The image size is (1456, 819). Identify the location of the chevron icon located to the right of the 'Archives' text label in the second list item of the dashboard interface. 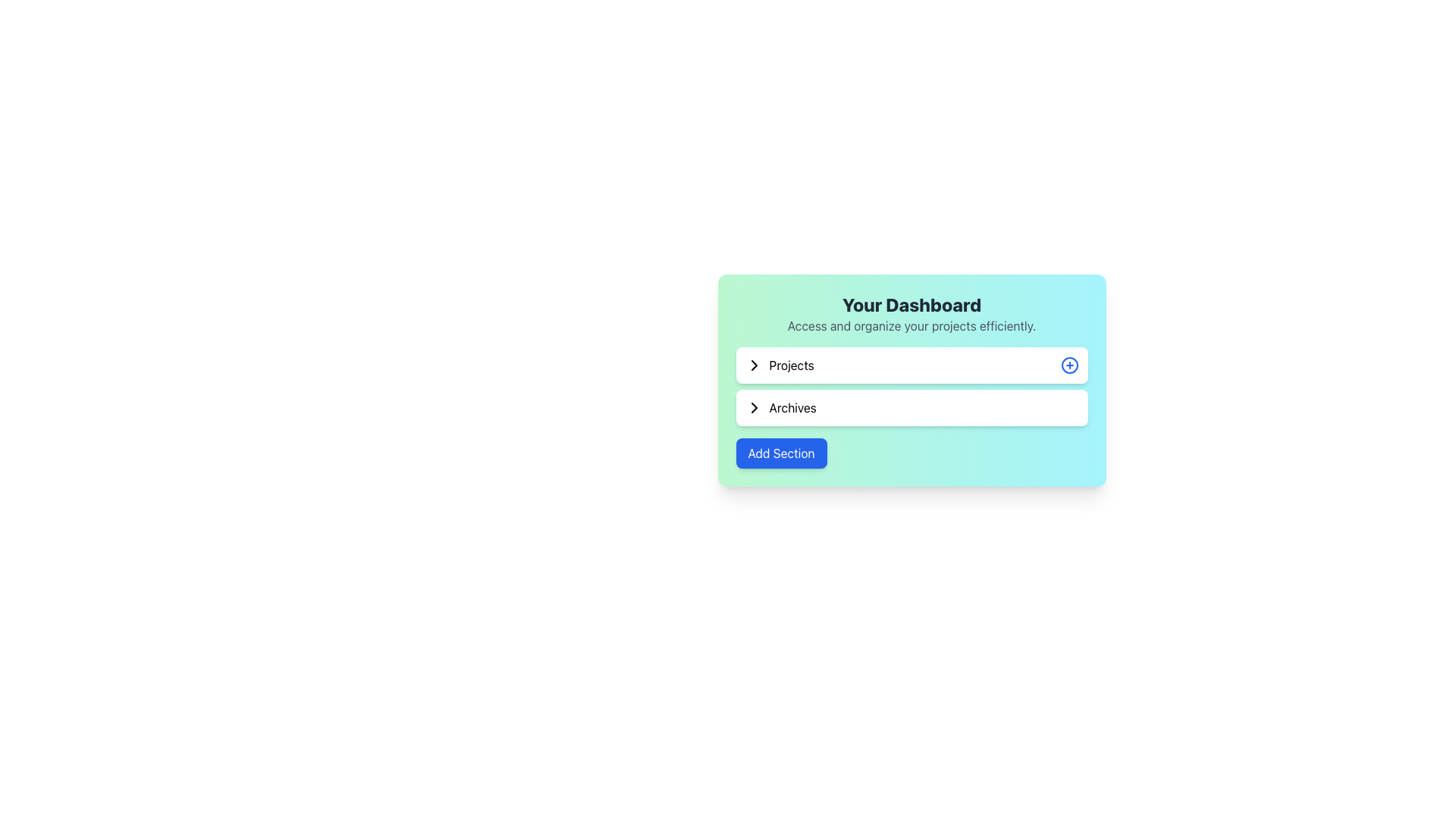
(754, 406).